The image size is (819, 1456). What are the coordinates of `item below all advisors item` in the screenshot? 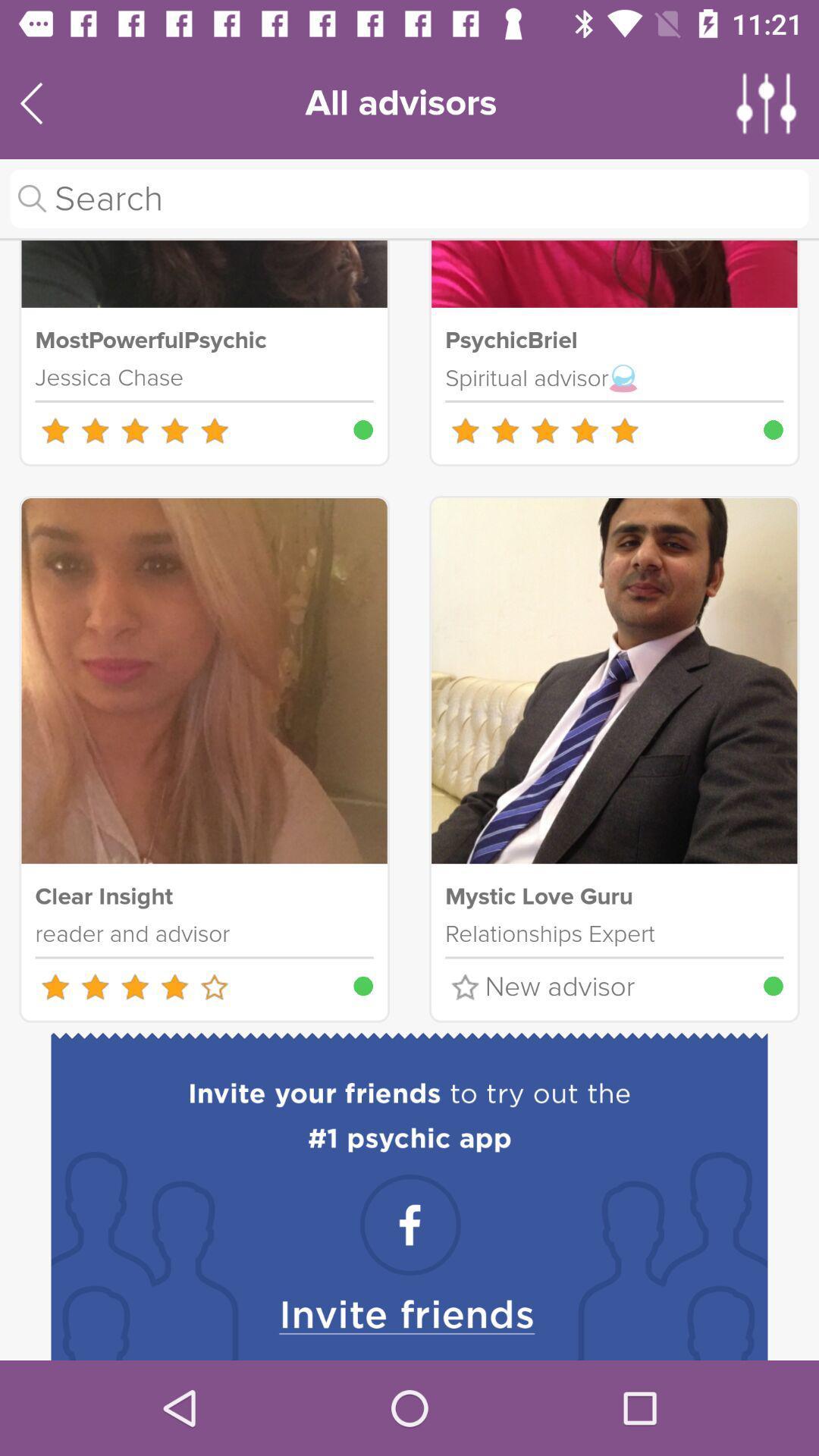 It's located at (409, 198).